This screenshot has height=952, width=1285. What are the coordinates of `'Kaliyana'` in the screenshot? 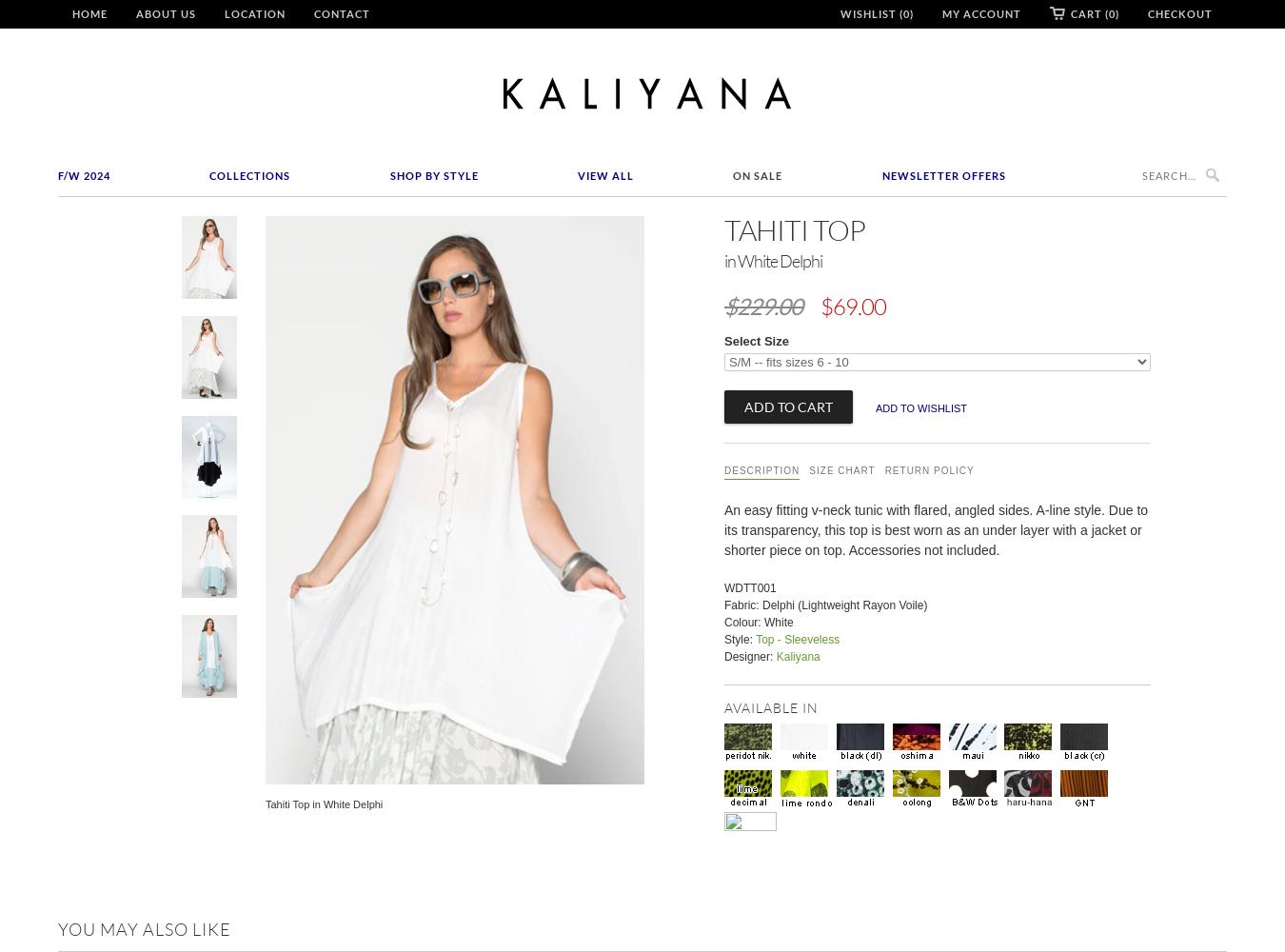 It's located at (797, 655).